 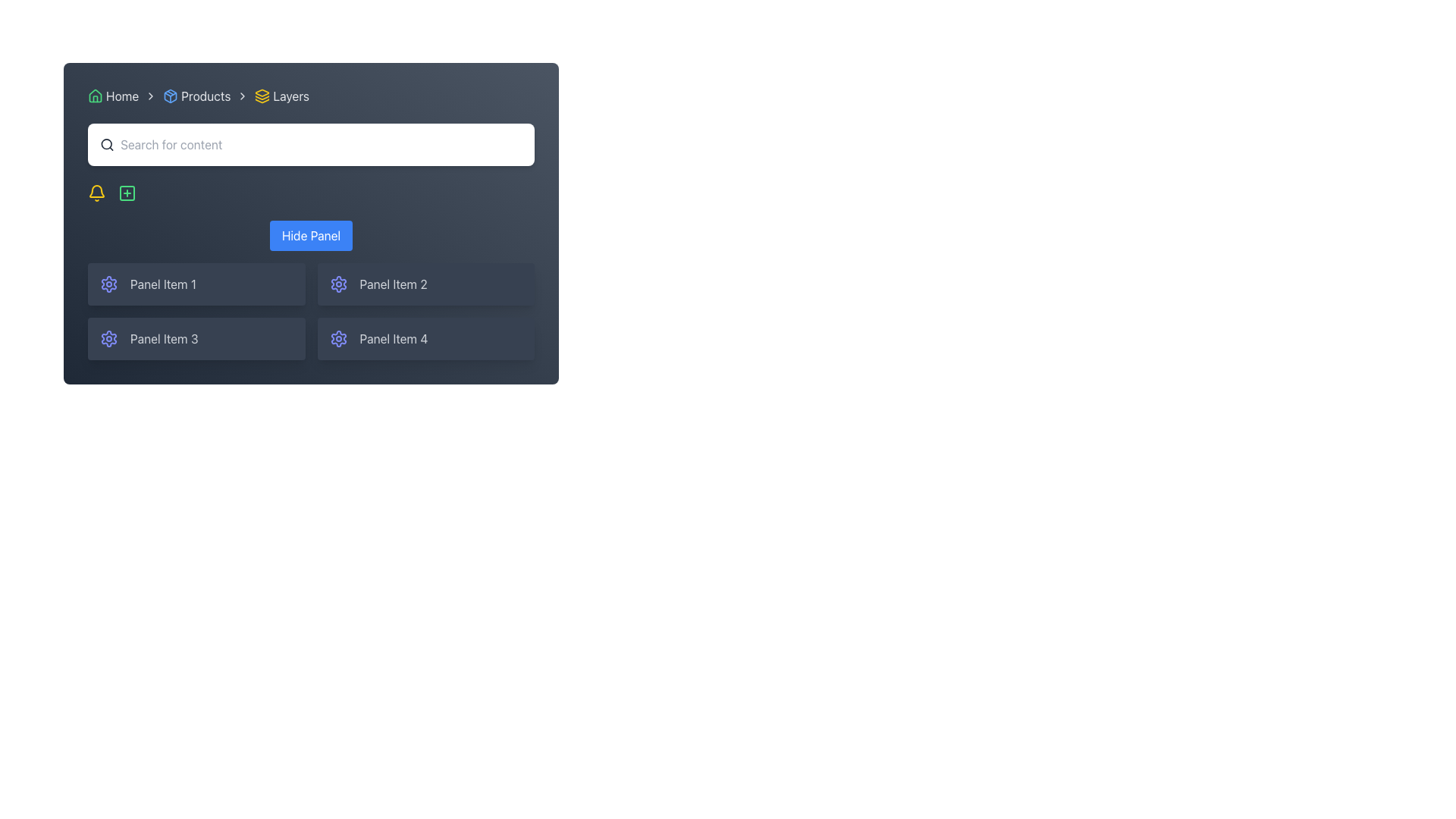 I want to click on the gear icon styled in blue located to the left of the text 'Panel Item 1' within the dark gray rounded panel, so click(x=108, y=284).